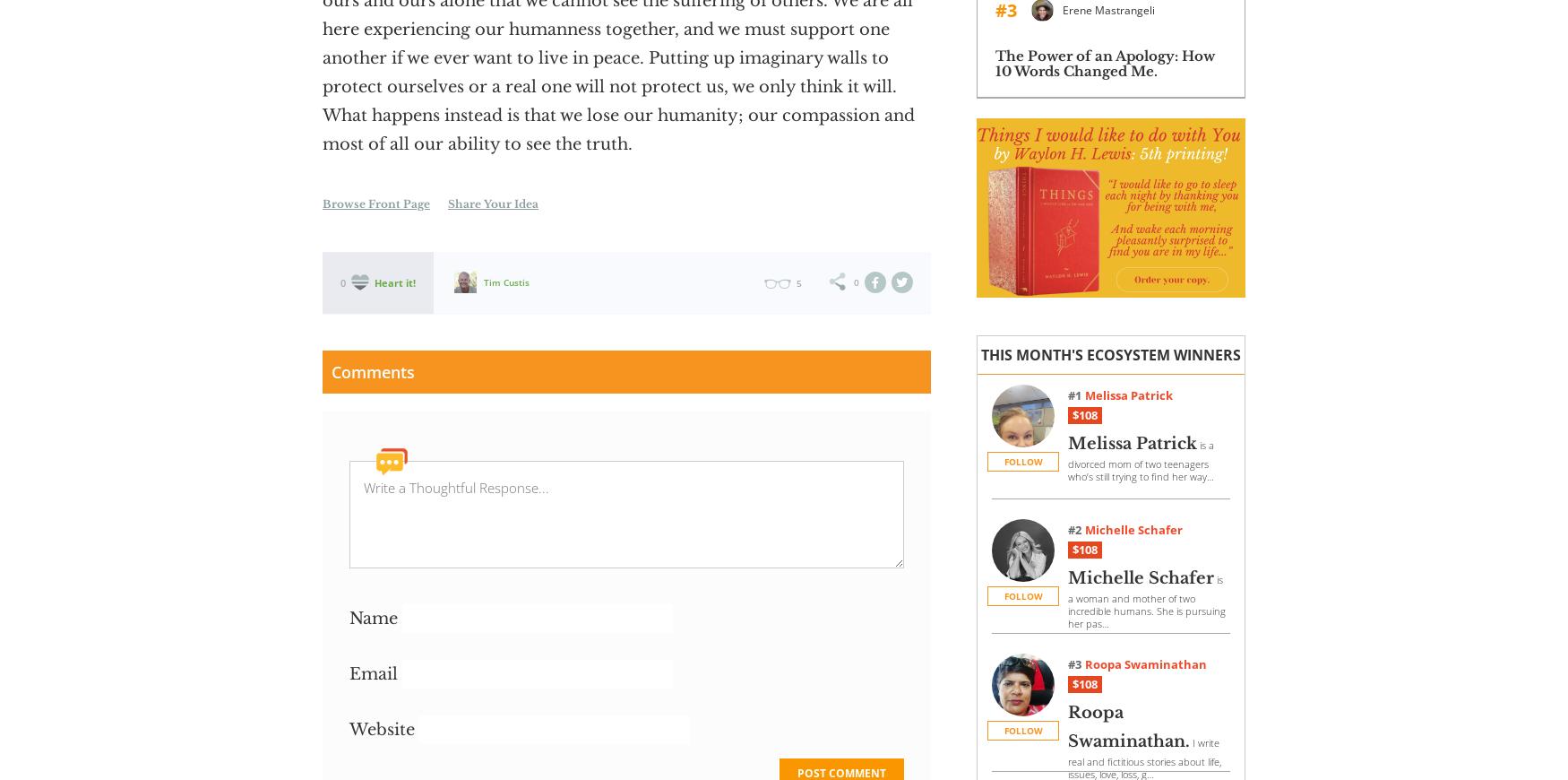 This screenshot has height=780, width=1568. Describe the element at coordinates (373, 618) in the screenshot. I see `'Name'` at that location.